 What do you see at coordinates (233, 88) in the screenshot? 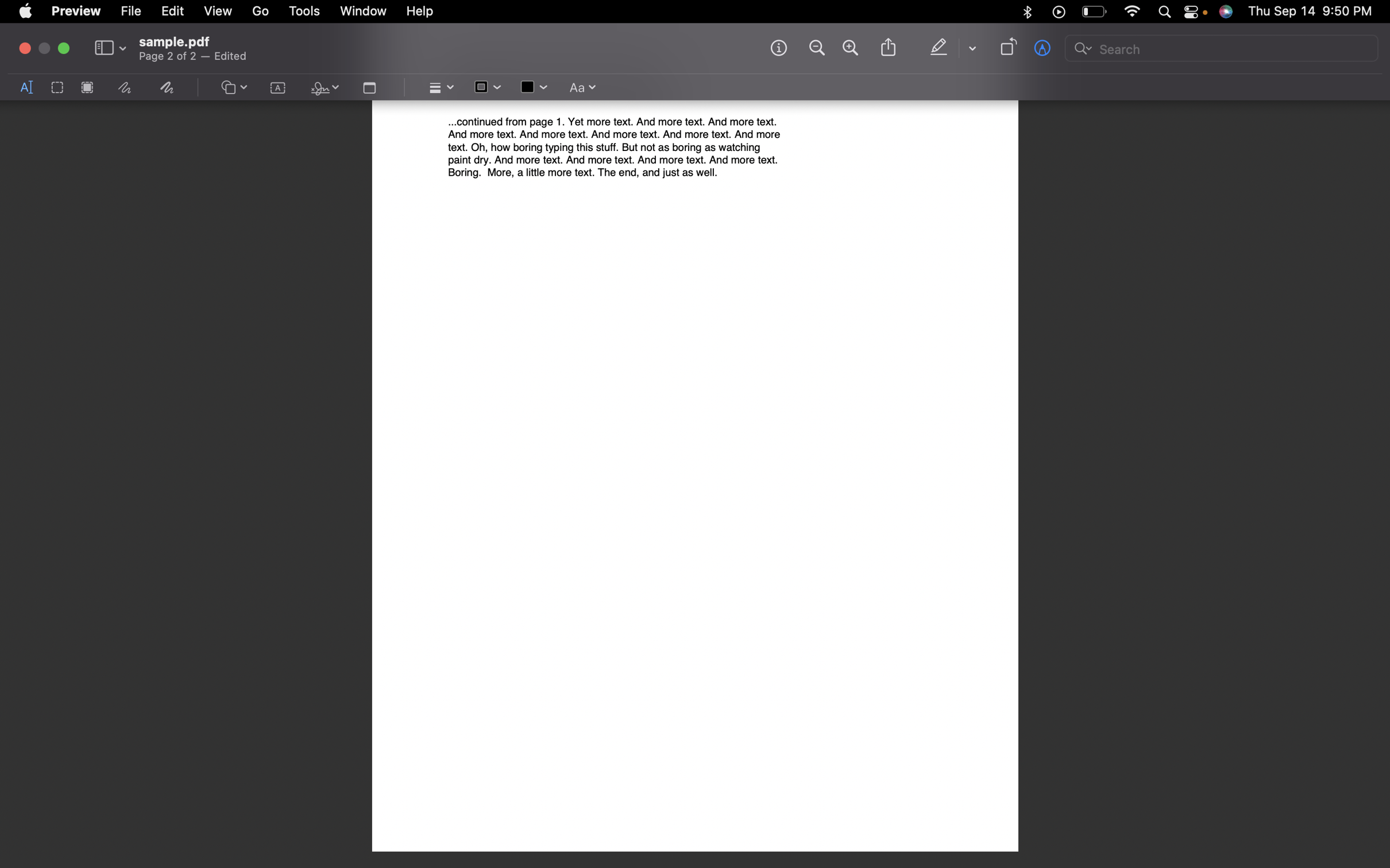
I see `option to draw shape on the screen` at bounding box center [233, 88].